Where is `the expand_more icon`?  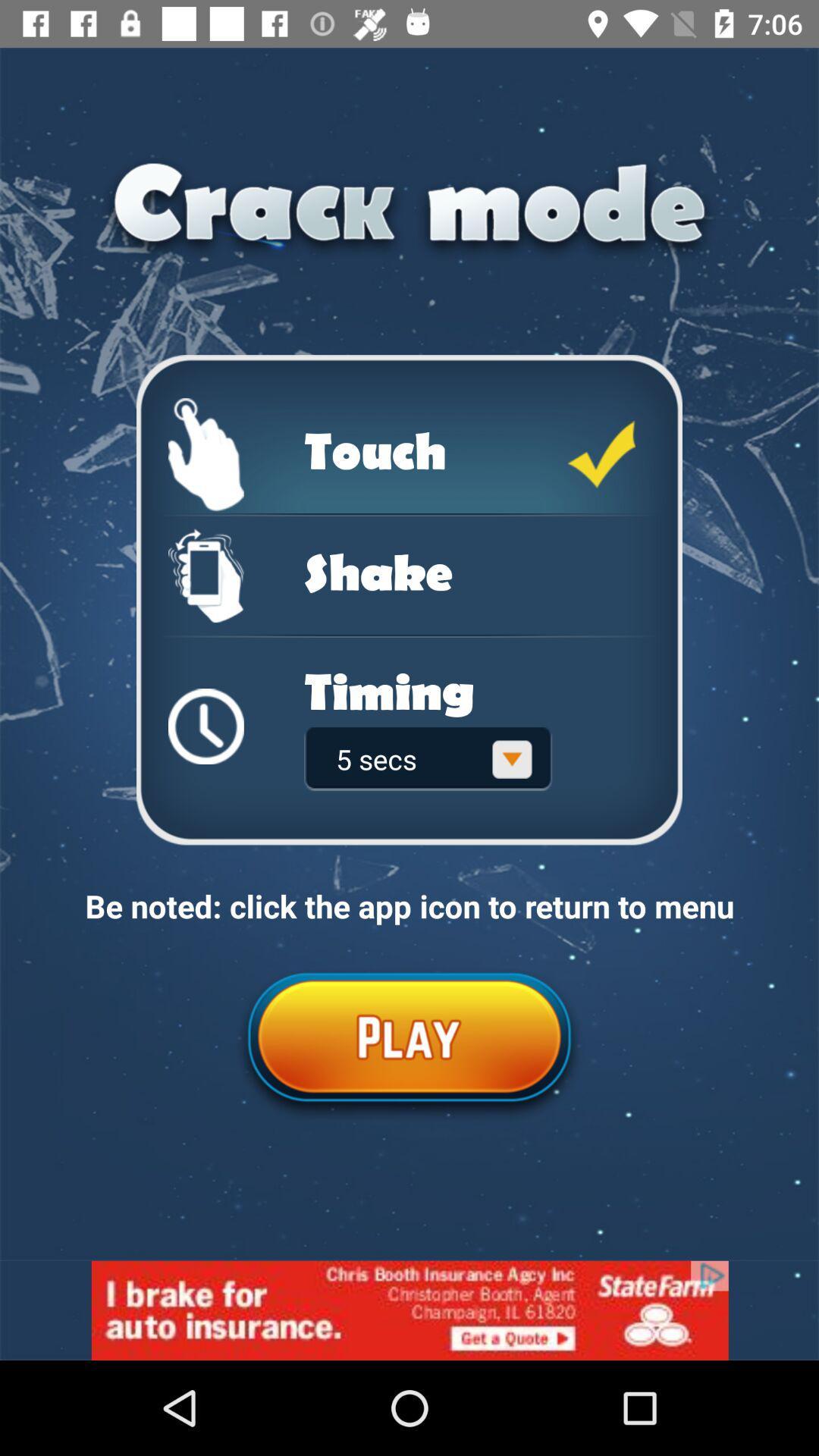 the expand_more icon is located at coordinates (512, 759).